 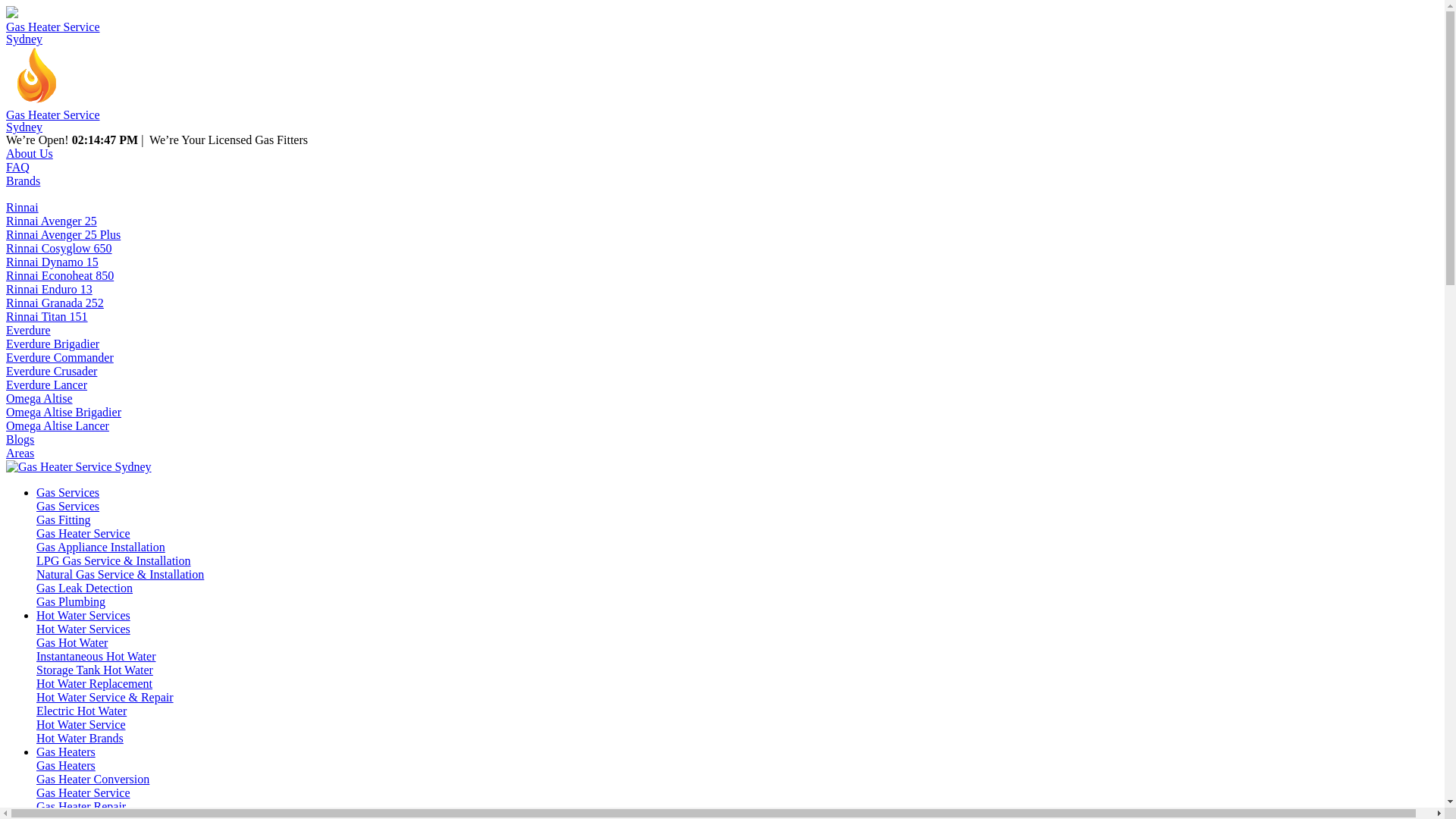 I want to click on 'Brands', so click(x=23, y=180).